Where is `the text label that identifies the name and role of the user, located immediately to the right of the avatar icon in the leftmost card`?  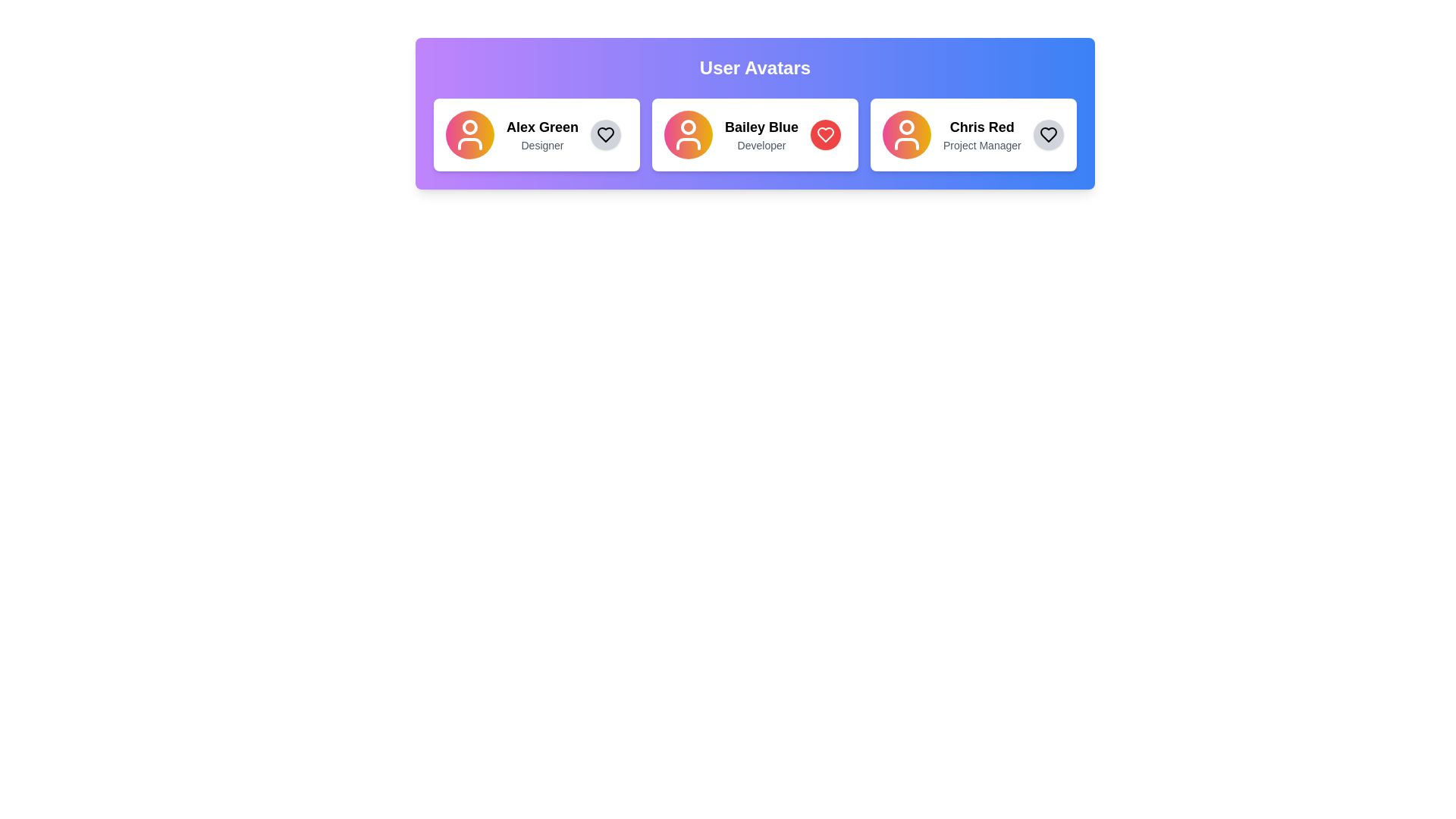 the text label that identifies the name and role of the user, located immediately to the right of the avatar icon in the leftmost card is located at coordinates (542, 133).